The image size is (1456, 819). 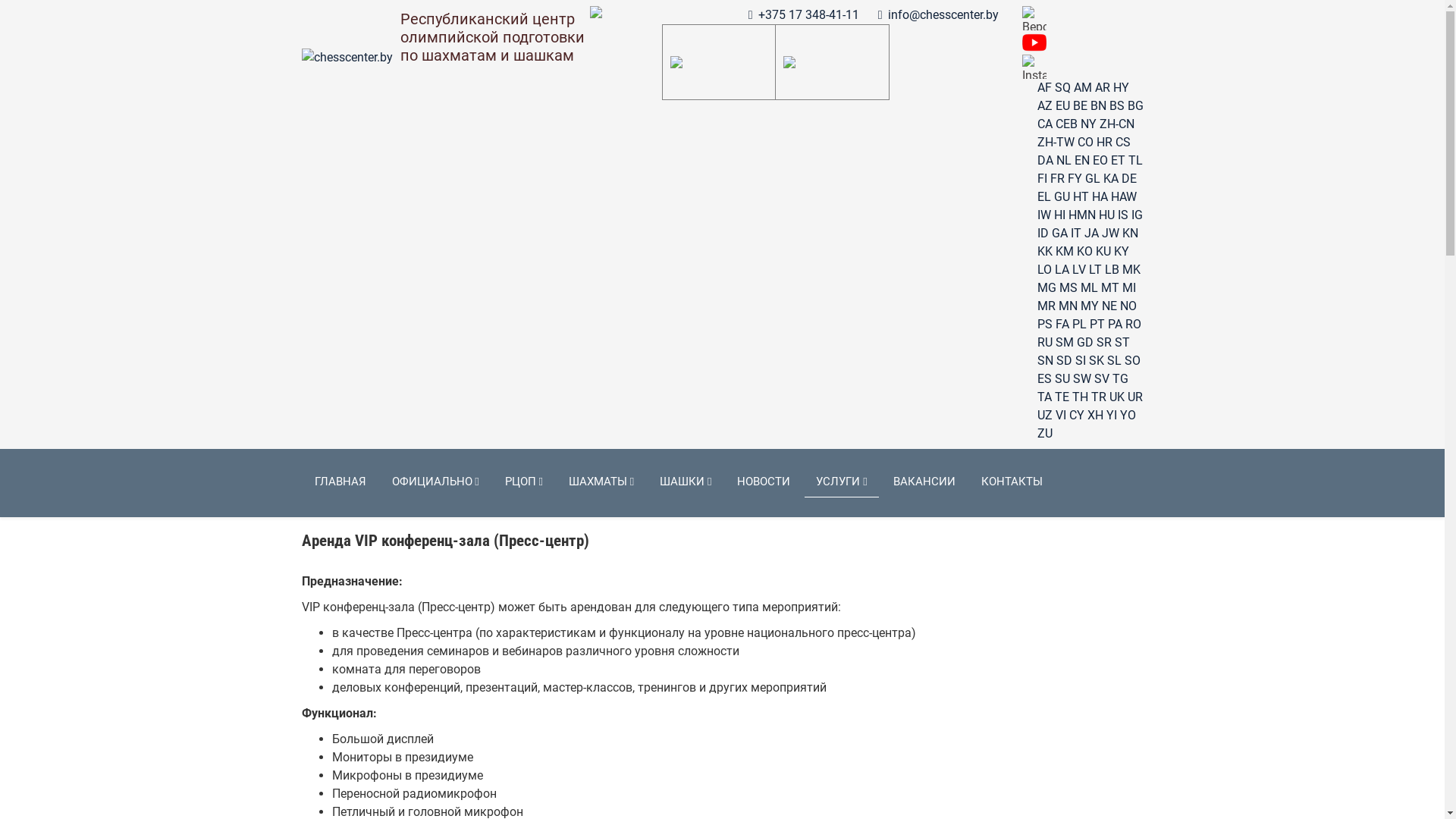 What do you see at coordinates (1087, 287) in the screenshot?
I see `'ML'` at bounding box center [1087, 287].